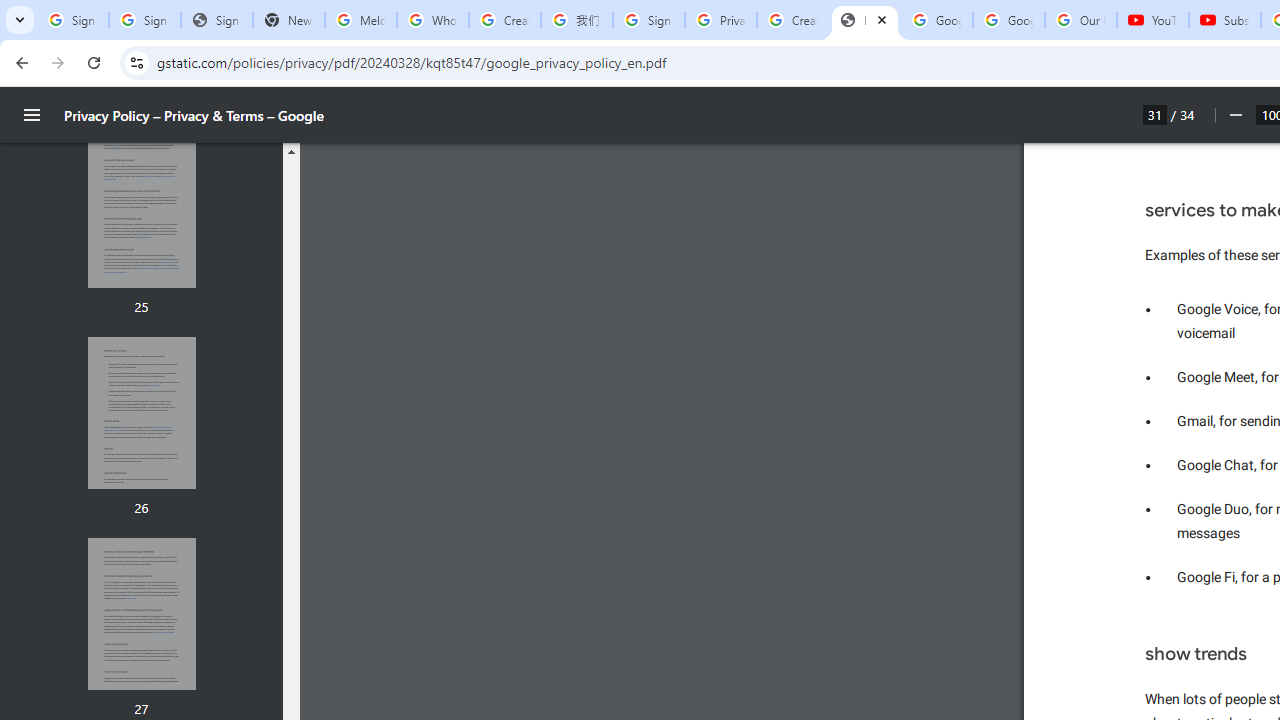 The image size is (1280, 720). I want to click on 'YouTube', so click(1153, 20).